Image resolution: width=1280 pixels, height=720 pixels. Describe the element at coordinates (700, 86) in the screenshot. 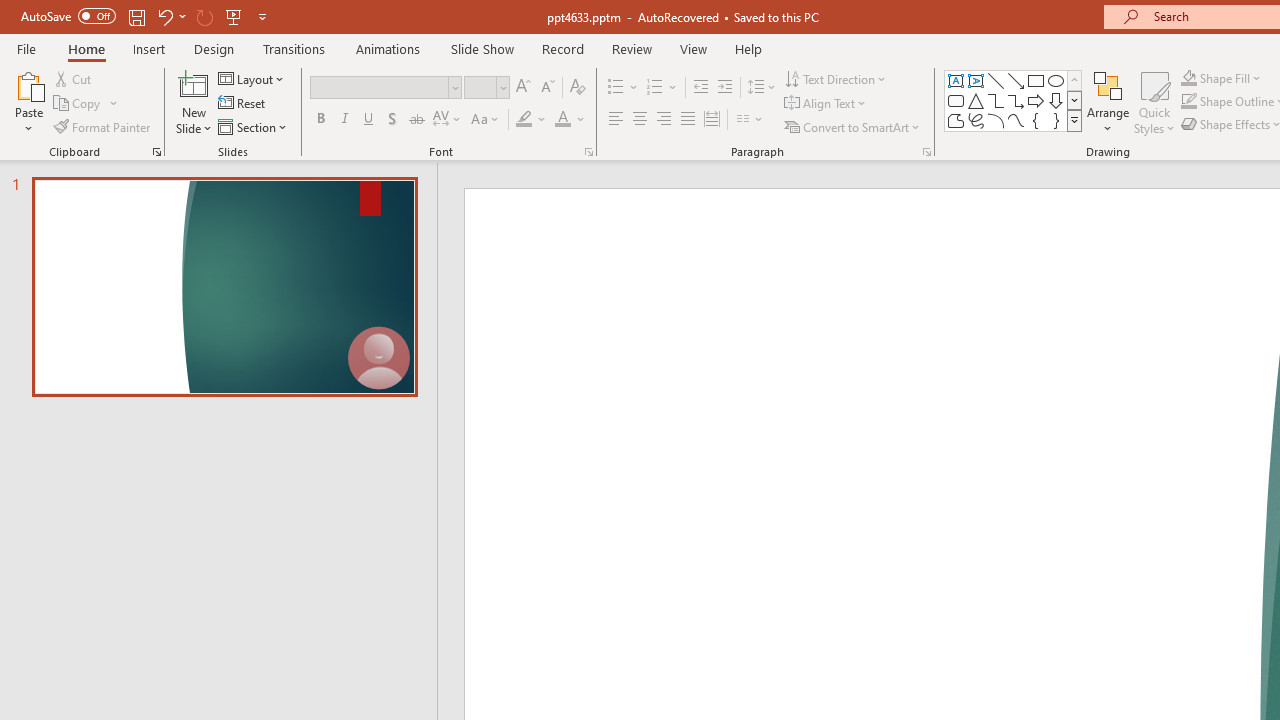

I see `'Decrease Indent'` at that location.